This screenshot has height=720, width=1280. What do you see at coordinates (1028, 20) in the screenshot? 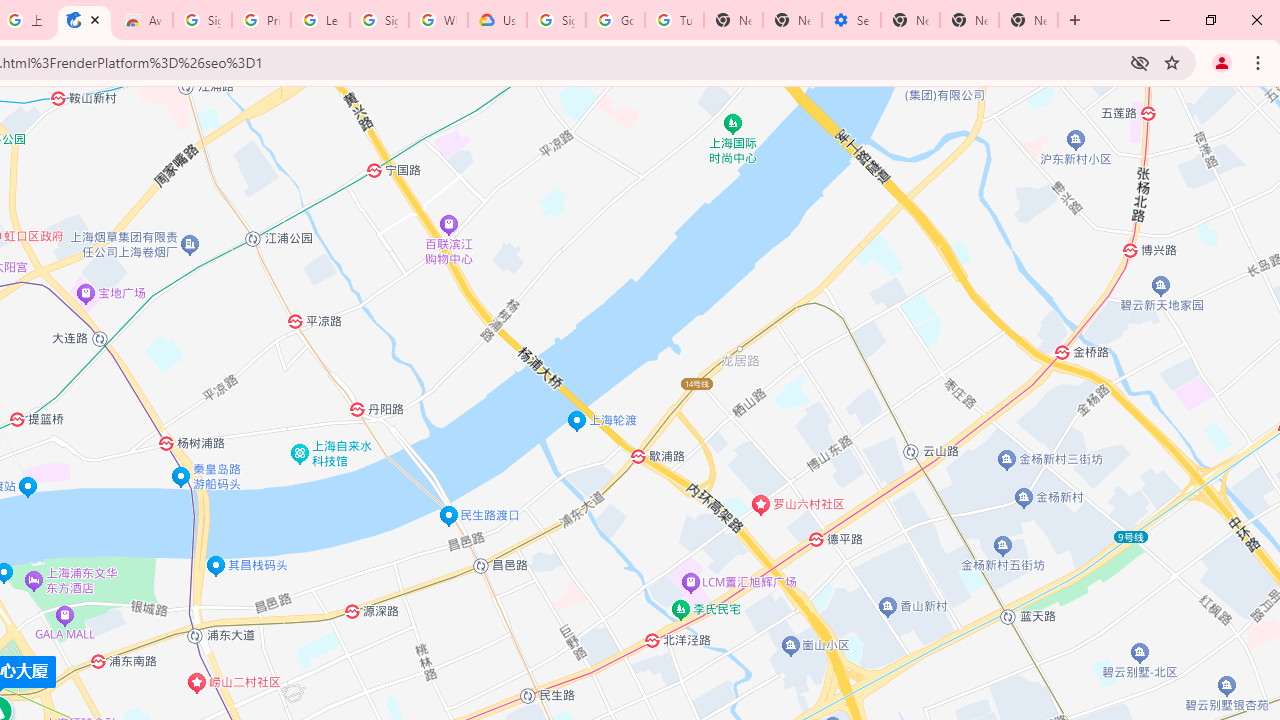
I see `'New Tab'` at bounding box center [1028, 20].